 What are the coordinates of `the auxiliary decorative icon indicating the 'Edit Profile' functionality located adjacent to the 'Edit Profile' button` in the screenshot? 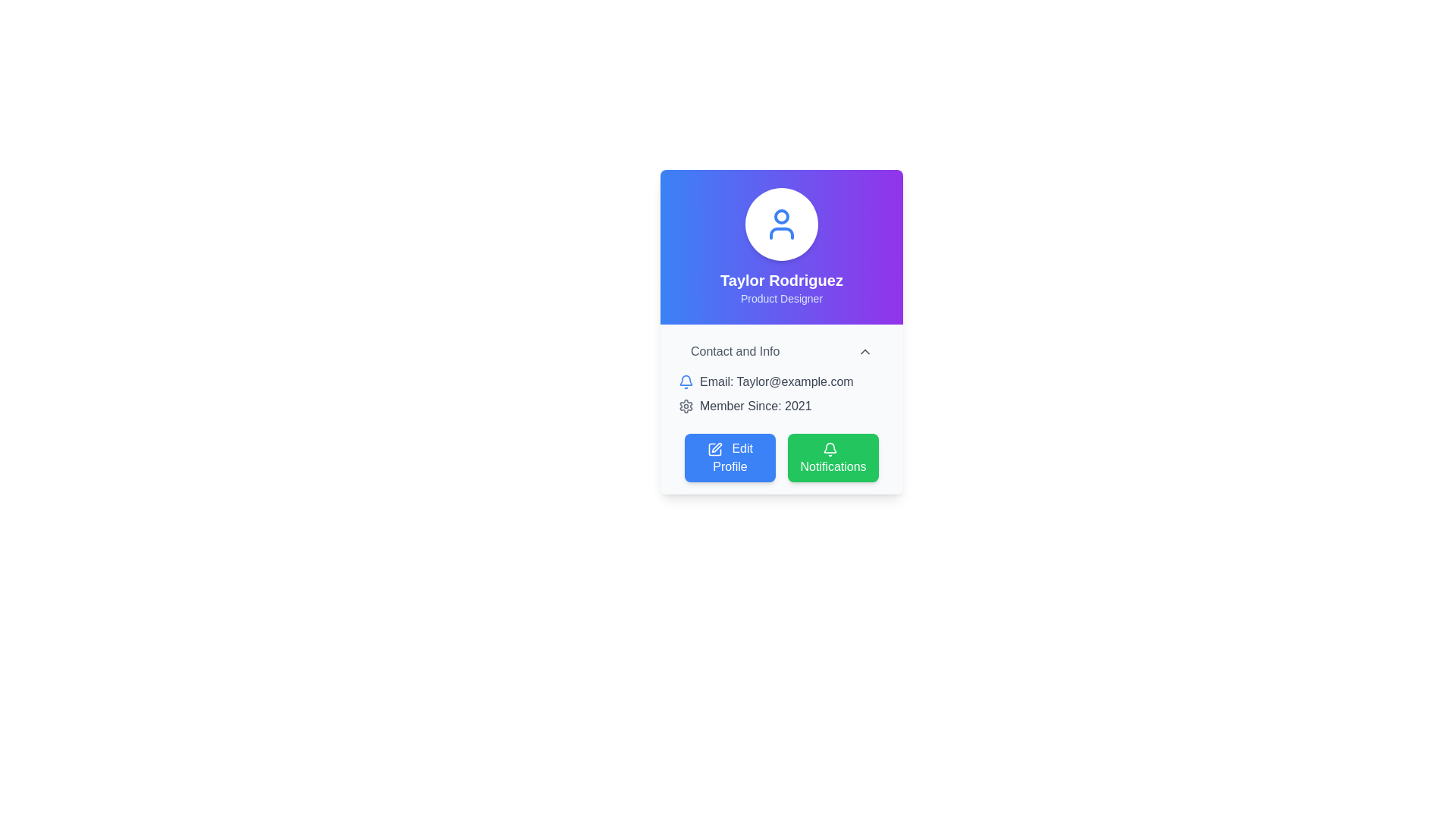 It's located at (716, 447).